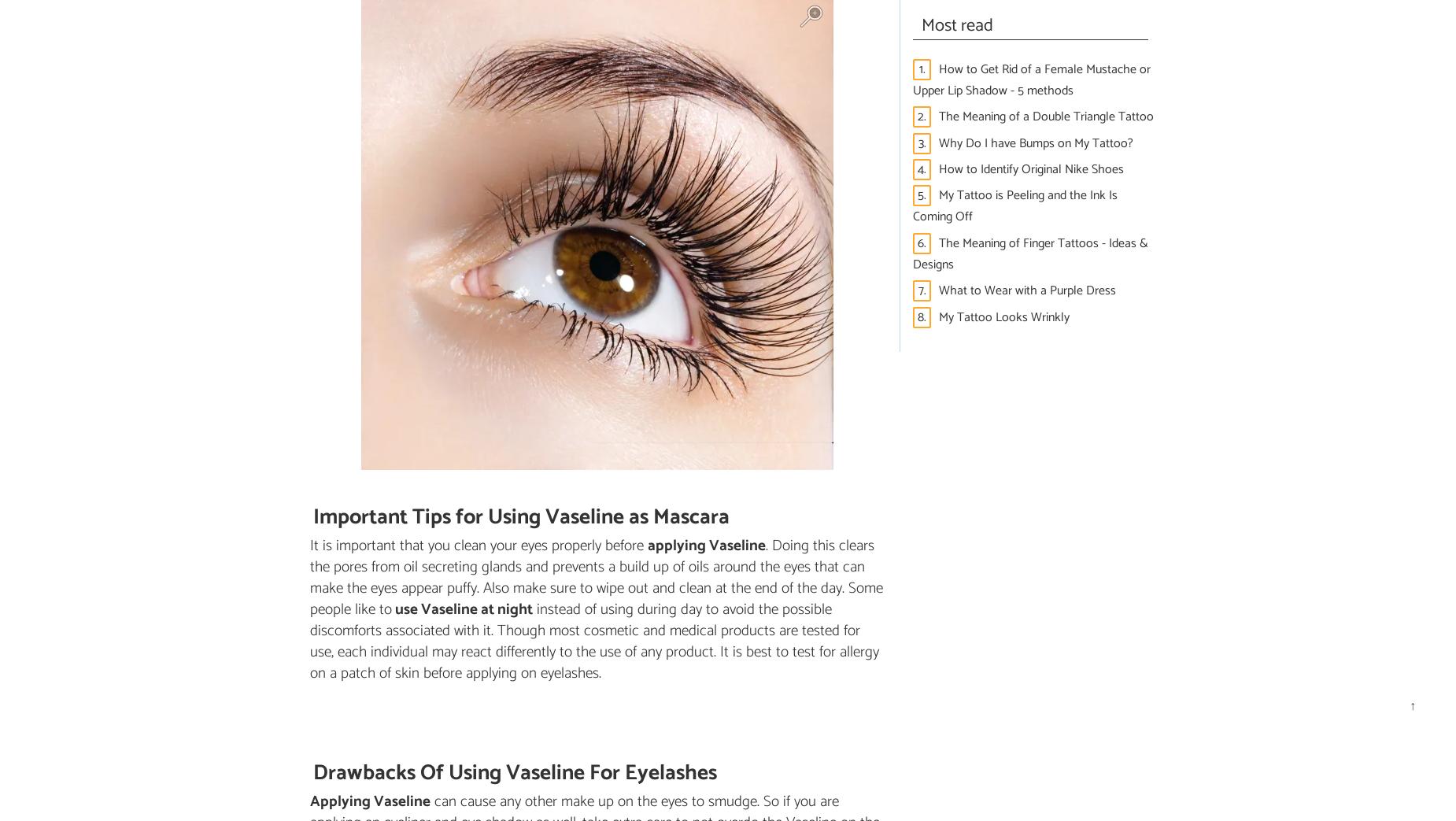  I want to click on 'The Meaning of a Double Triangle Tattoo', so click(1045, 116).